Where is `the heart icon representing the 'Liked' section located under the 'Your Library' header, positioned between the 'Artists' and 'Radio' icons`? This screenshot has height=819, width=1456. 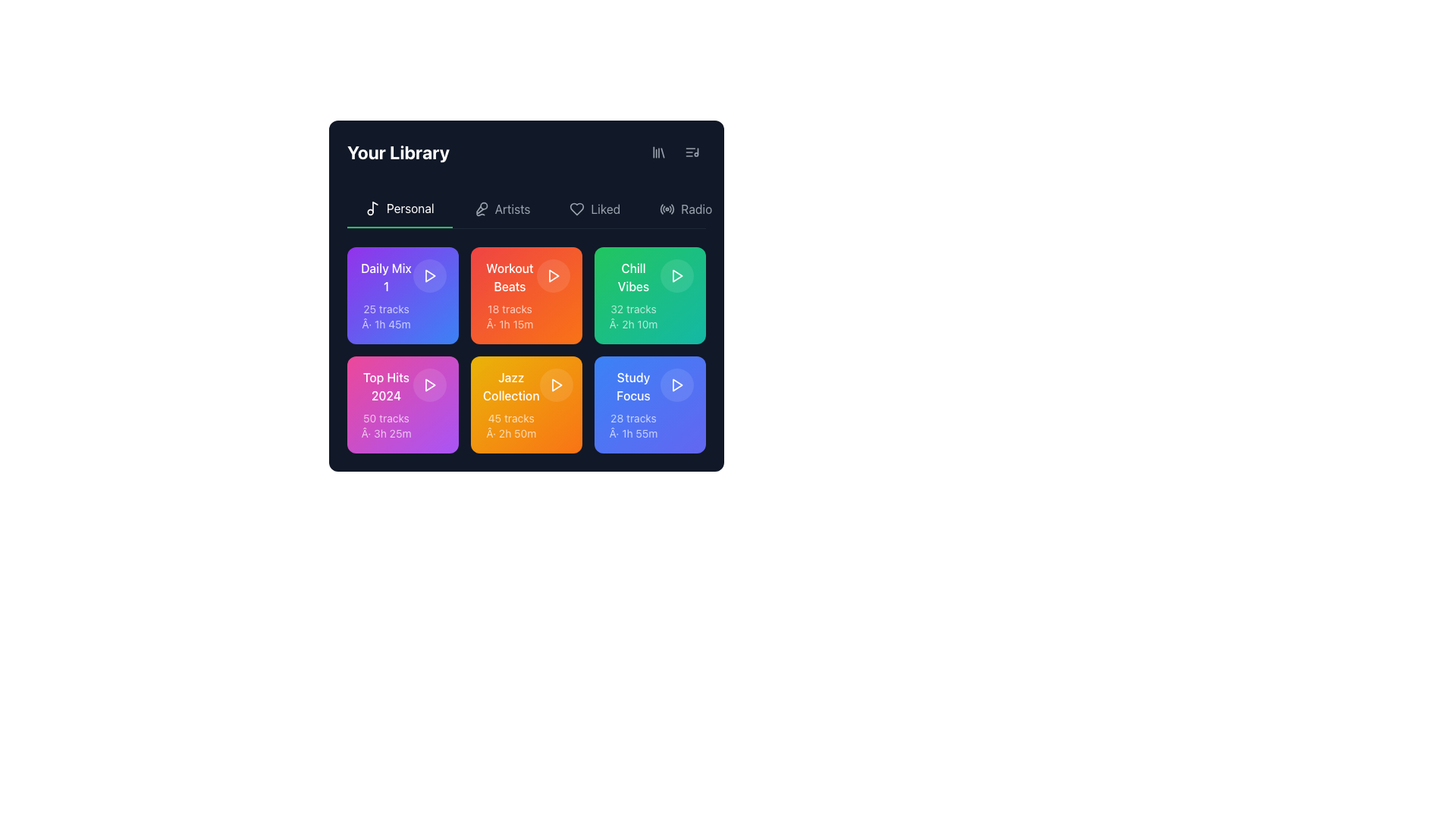
the heart icon representing the 'Liked' section located under the 'Your Library' header, positioned between the 'Artists' and 'Radio' icons is located at coordinates (576, 209).